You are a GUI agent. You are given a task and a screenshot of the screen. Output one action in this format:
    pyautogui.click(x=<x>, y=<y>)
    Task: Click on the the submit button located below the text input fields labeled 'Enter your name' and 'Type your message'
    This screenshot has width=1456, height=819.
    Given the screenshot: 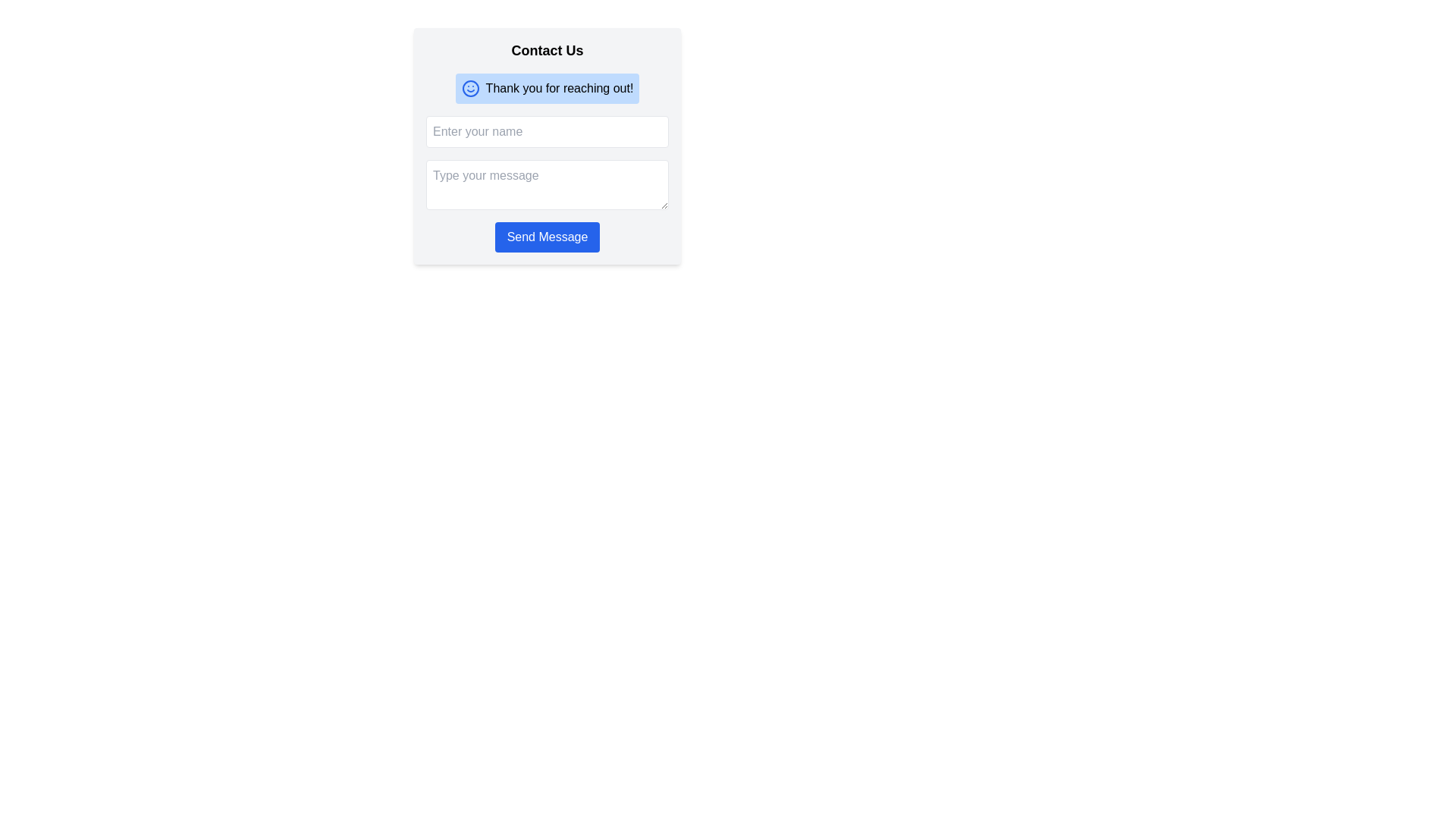 What is the action you would take?
    pyautogui.click(x=546, y=237)
    